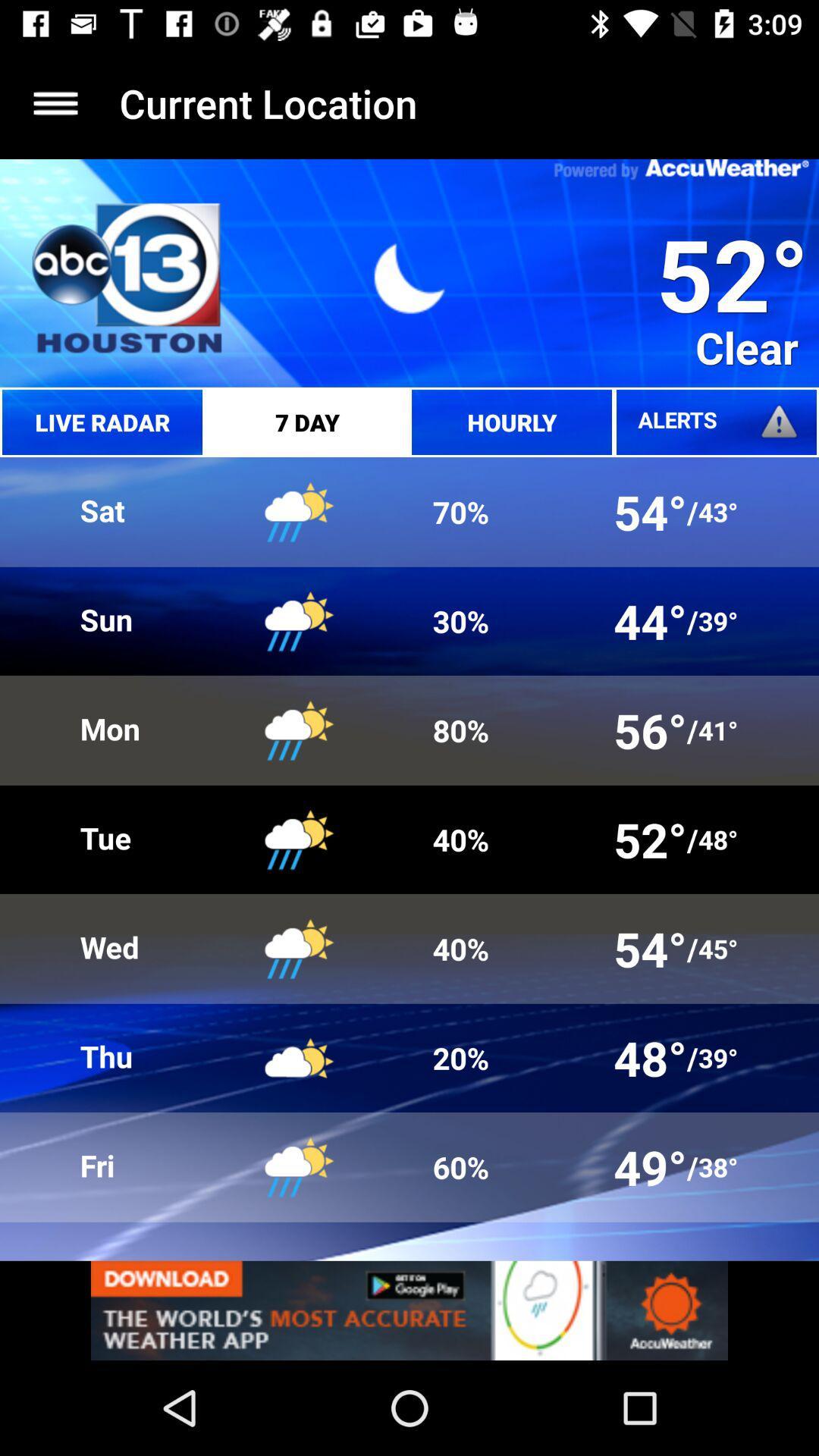 The image size is (819, 1456). I want to click on download accuweather app from play store, so click(409, 1310).